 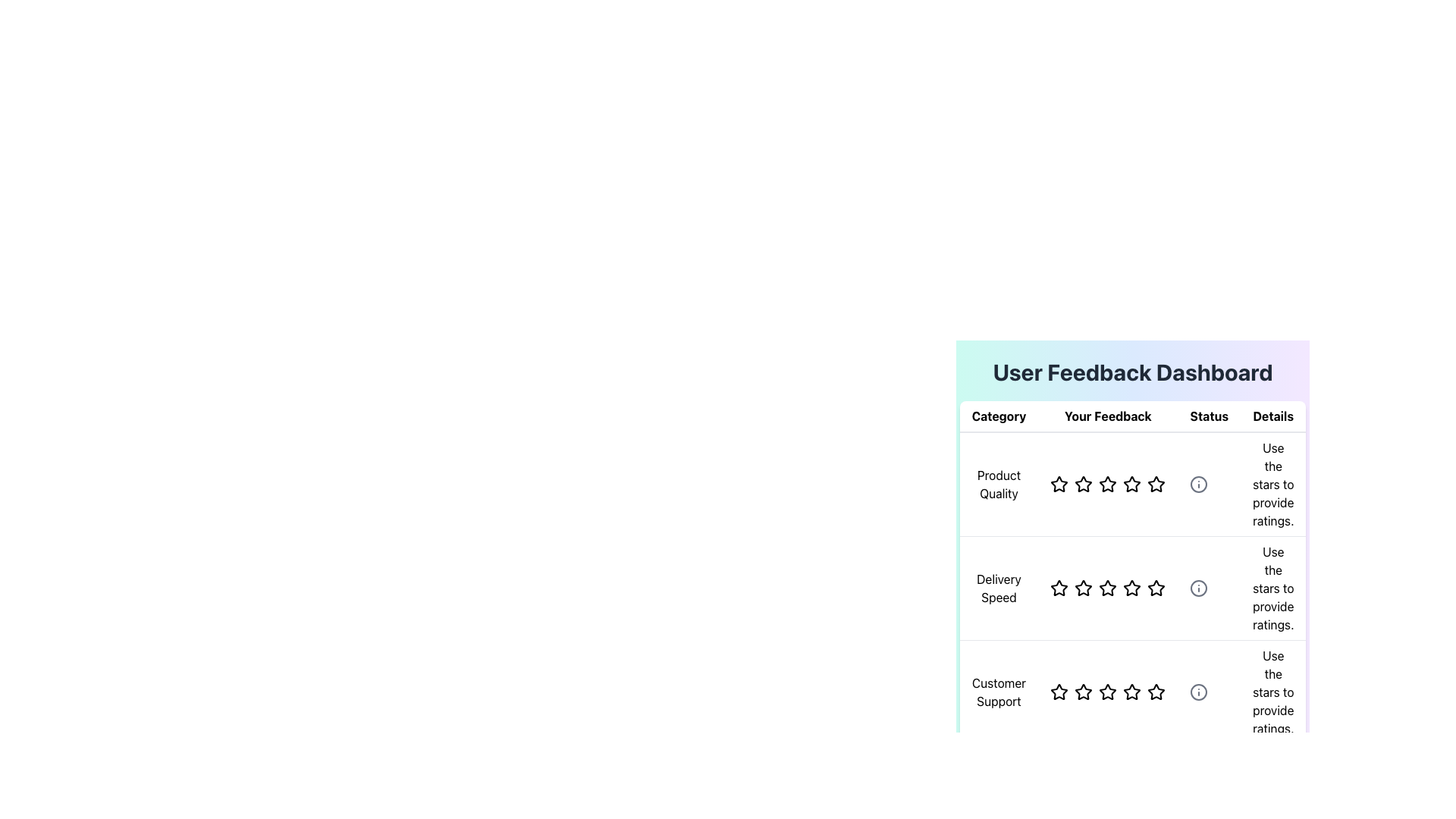 I want to click on the first star icon in the 'Delivery Speed' category of the feedback table to rate, so click(x=1059, y=587).